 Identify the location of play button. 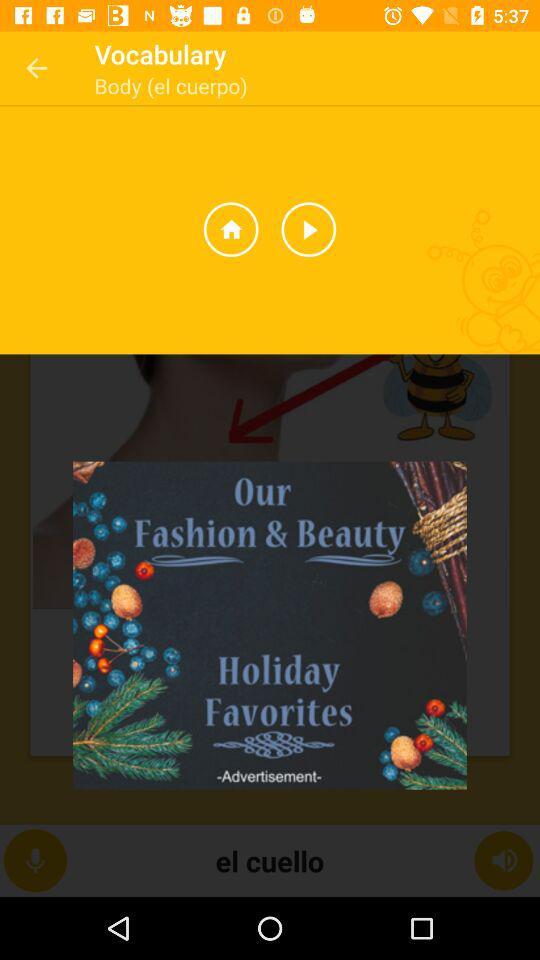
(308, 230).